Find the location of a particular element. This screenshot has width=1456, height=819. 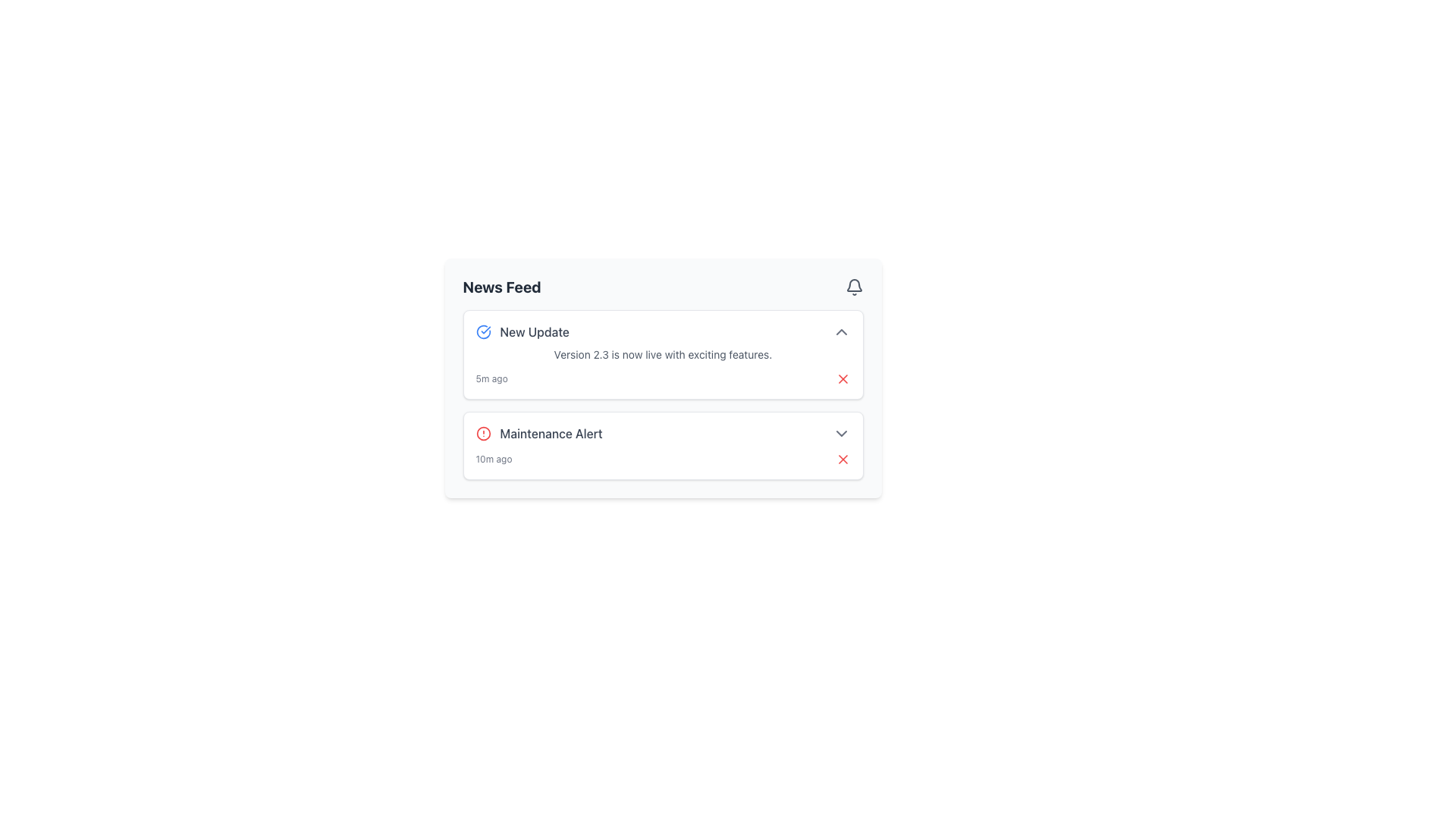

the red 'X' shaped button in the top-right corner of the 'New Update' card in the 'News Feed' section is located at coordinates (842, 378).